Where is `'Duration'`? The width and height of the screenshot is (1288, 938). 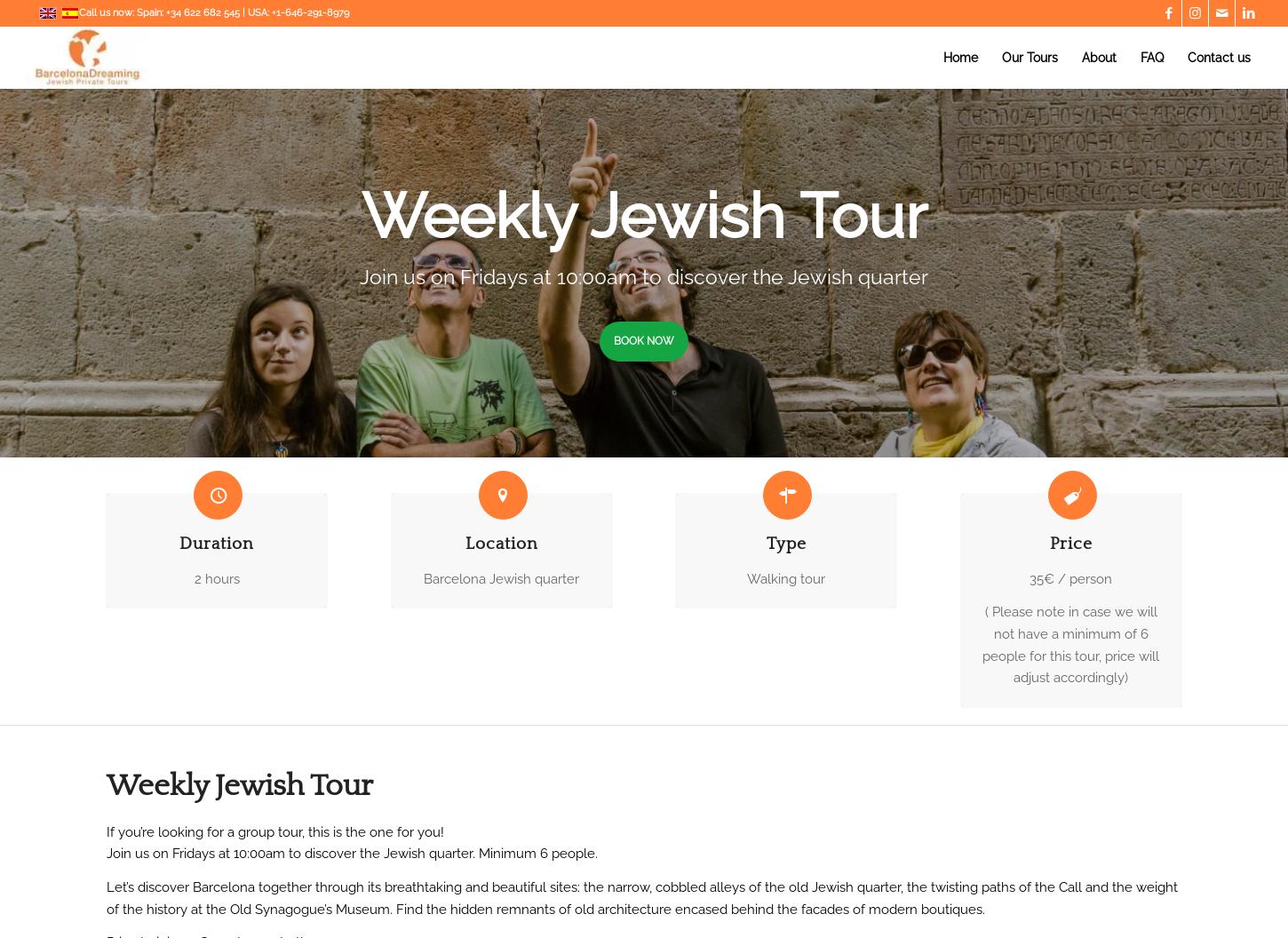 'Duration' is located at coordinates (217, 543).